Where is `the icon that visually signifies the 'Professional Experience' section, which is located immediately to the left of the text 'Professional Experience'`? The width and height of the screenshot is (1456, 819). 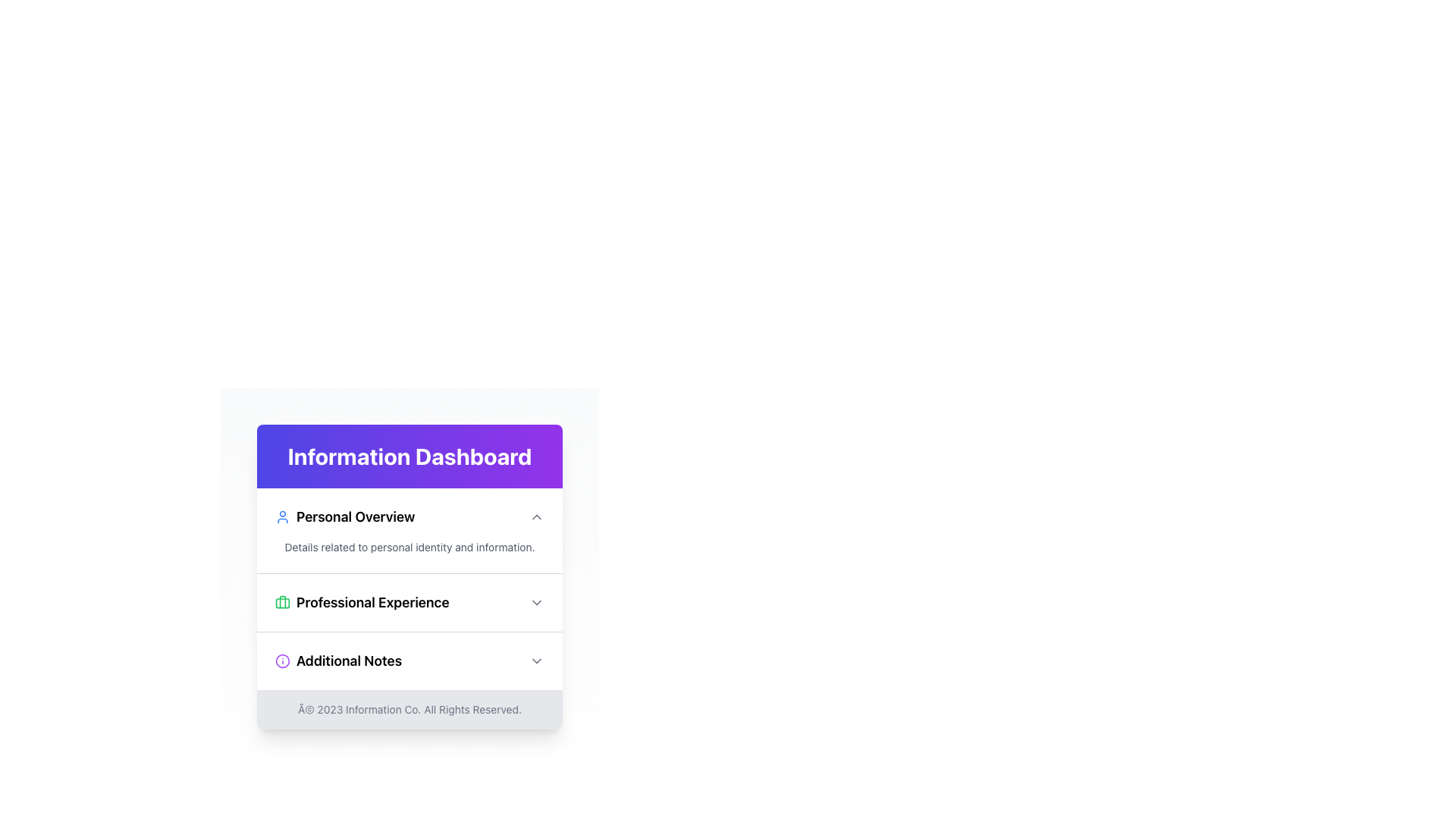
the icon that visually signifies the 'Professional Experience' section, which is located immediately to the left of the text 'Professional Experience' is located at coordinates (283, 601).